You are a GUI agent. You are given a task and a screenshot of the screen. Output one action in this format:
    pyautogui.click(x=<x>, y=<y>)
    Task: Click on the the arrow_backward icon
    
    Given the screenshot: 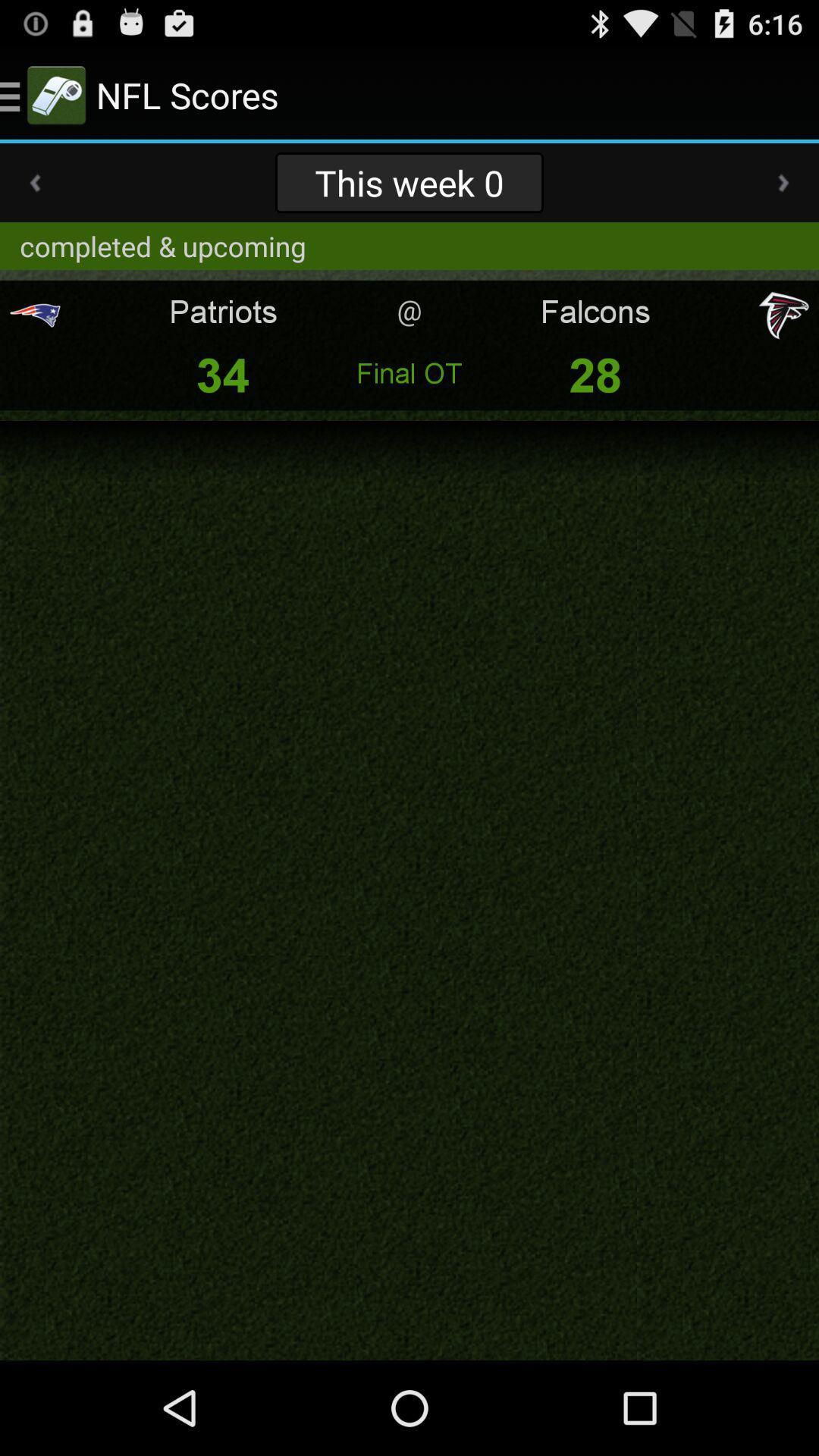 What is the action you would take?
    pyautogui.click(x=34, y=195)
    